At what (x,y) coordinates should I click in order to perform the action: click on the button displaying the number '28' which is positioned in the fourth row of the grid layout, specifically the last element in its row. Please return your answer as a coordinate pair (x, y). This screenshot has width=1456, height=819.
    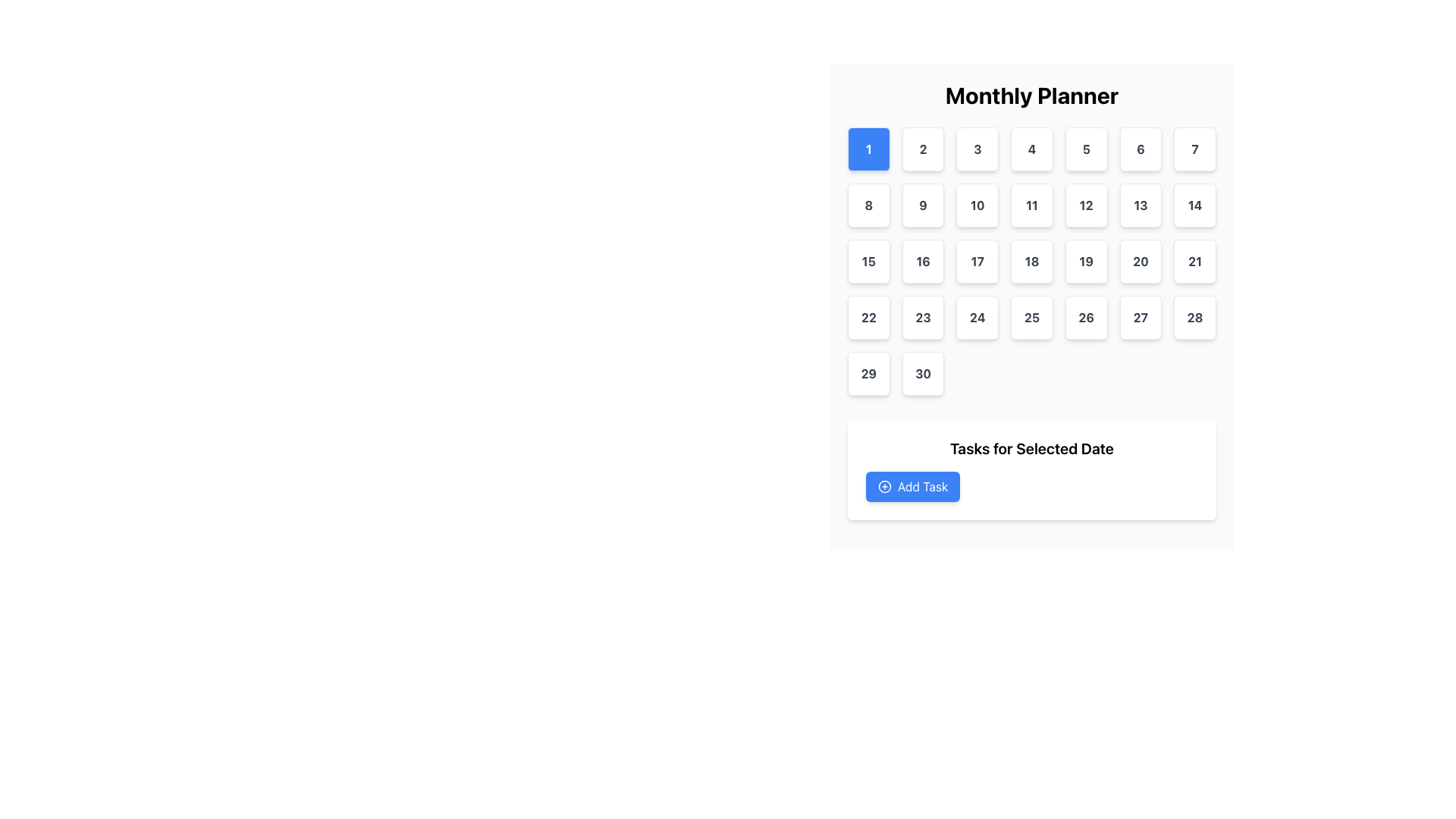
    Looking at the image, I should click on (1194, 317).